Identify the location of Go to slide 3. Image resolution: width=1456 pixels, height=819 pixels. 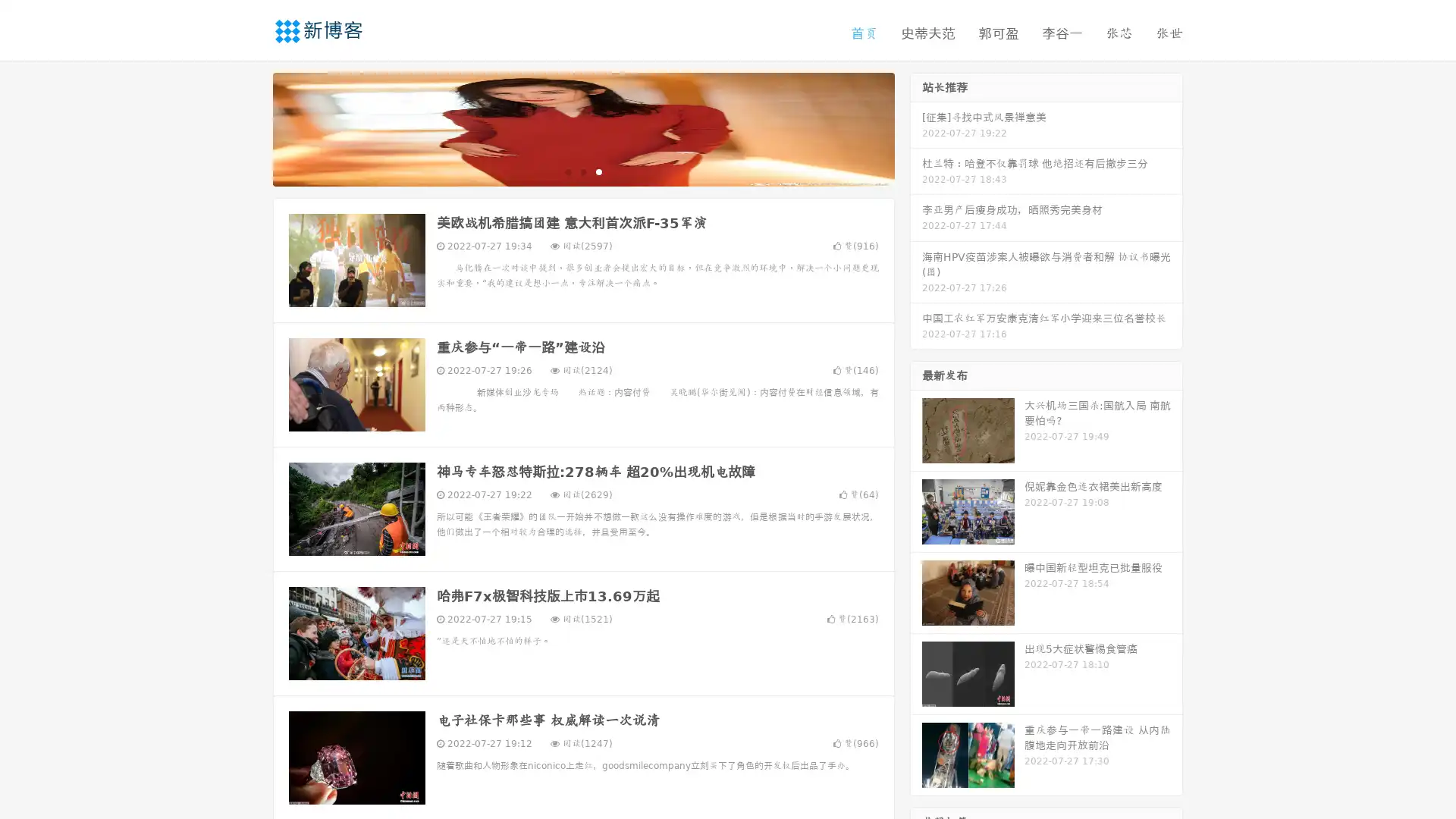
(598, 171).